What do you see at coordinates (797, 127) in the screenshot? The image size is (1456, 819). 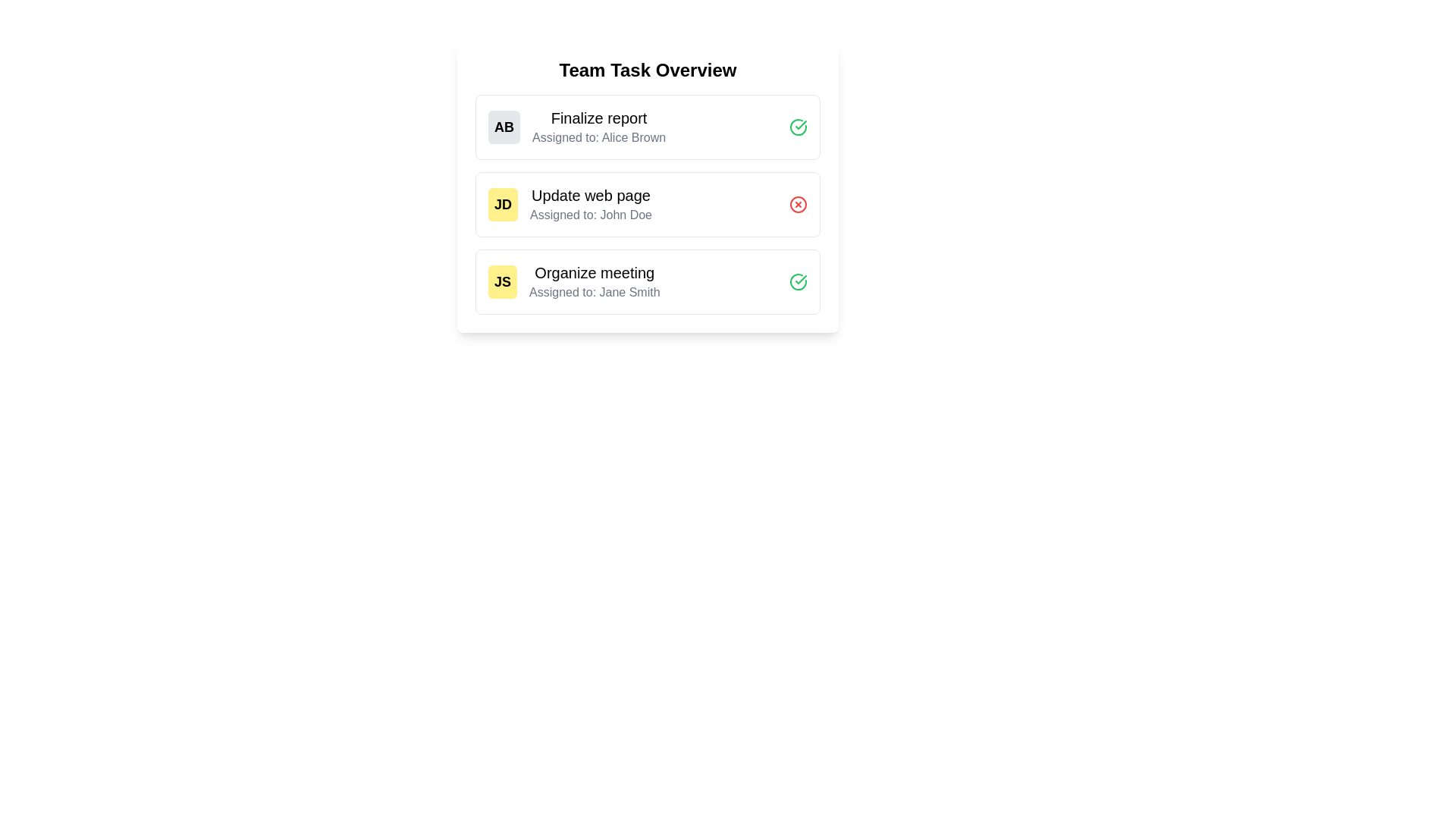 I see `the circular green check mark icon indicating completion, located to the right of the text 'Finalize report' in the task list` at bounding box center [797, 127].